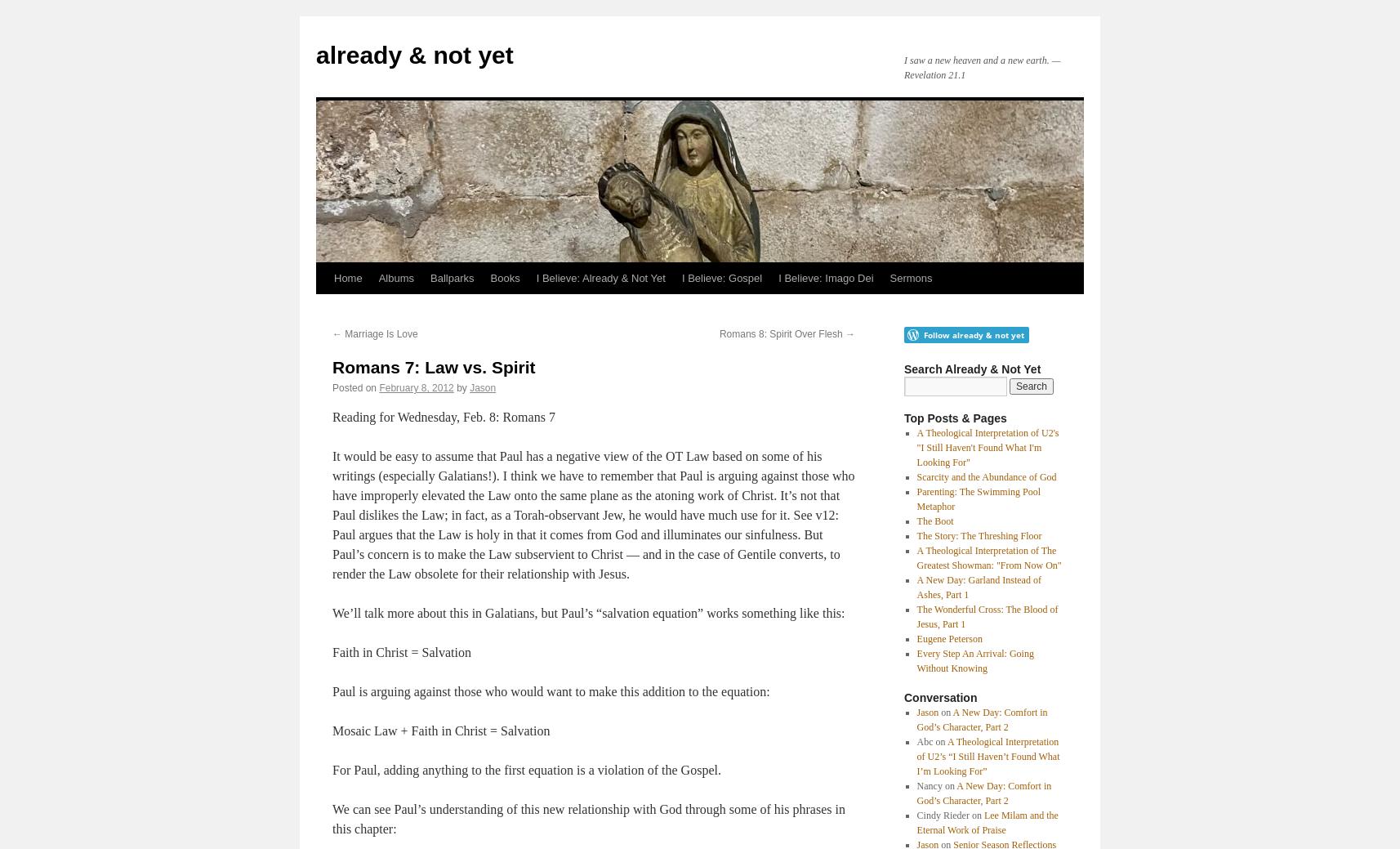  What do you see at coordinates (332, 416) in the screenshot?
I see `'Reading for Wednesday, Feb. 8: Romans 7'` at bounding box center [332, 416].